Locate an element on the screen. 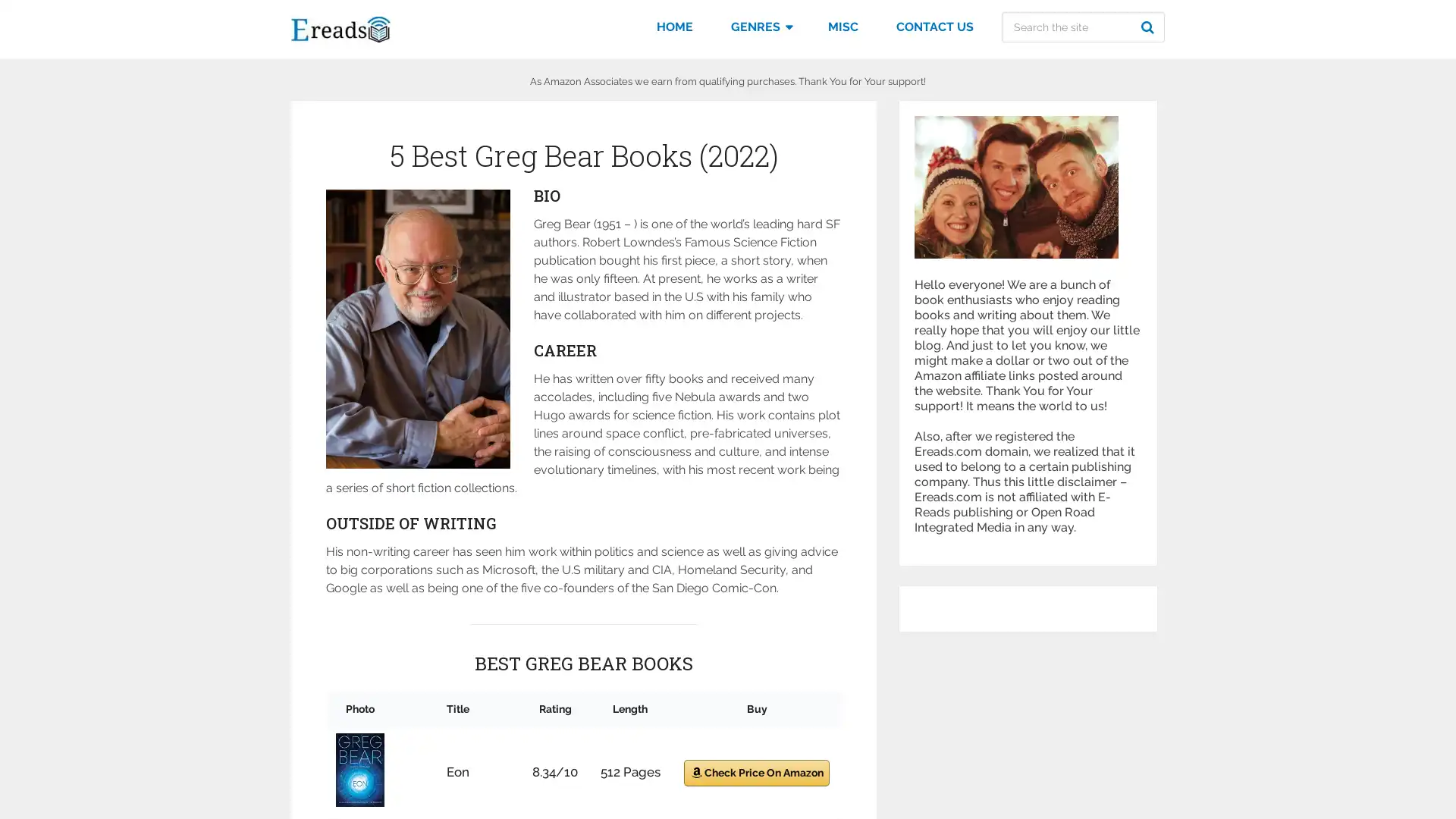 This screenshot has width=1456, height=819. Search is located at coordinates (1150, 27).